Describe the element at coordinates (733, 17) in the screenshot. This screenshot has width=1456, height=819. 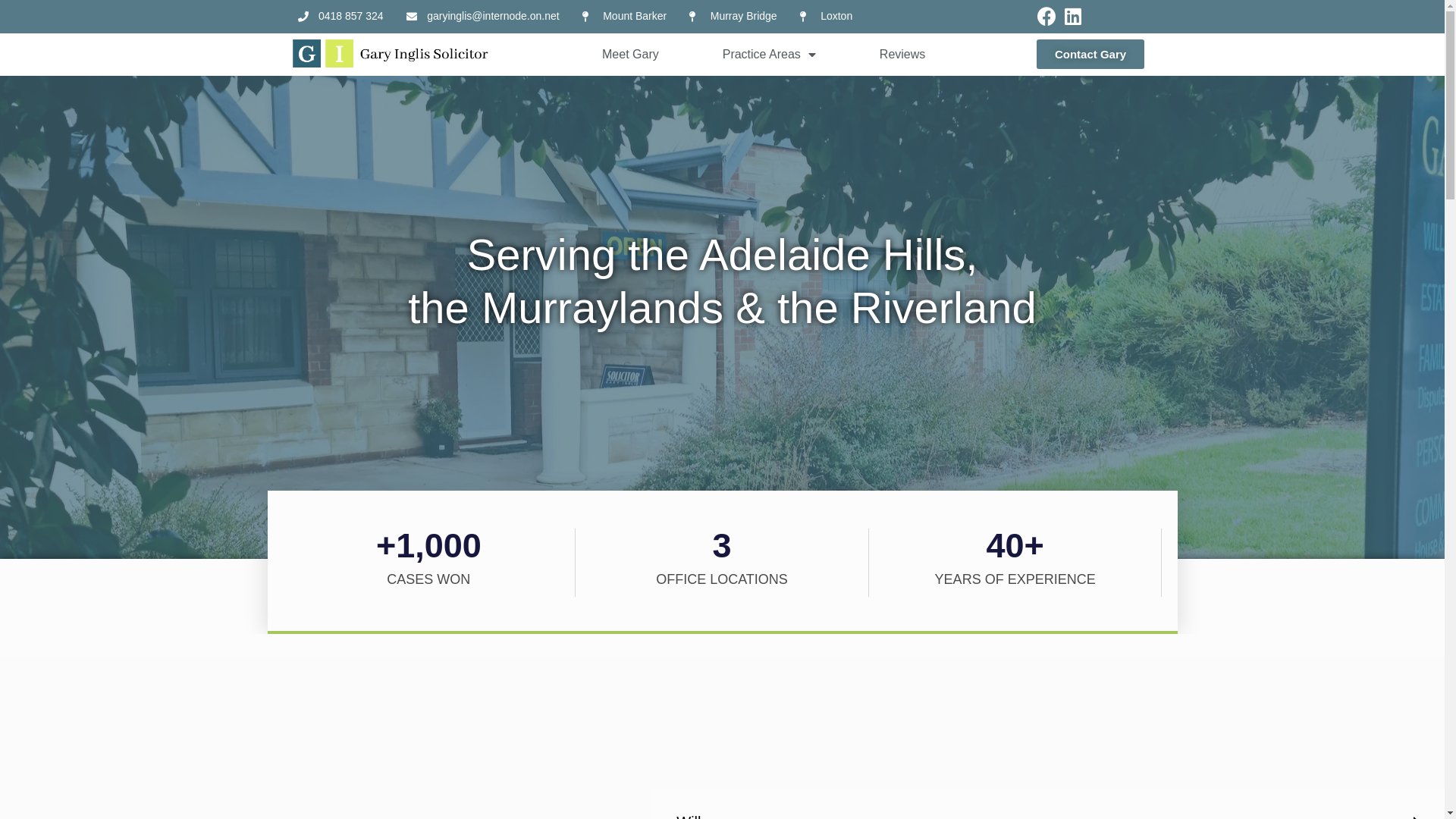
I see `'Murray Bridge'` at that location.